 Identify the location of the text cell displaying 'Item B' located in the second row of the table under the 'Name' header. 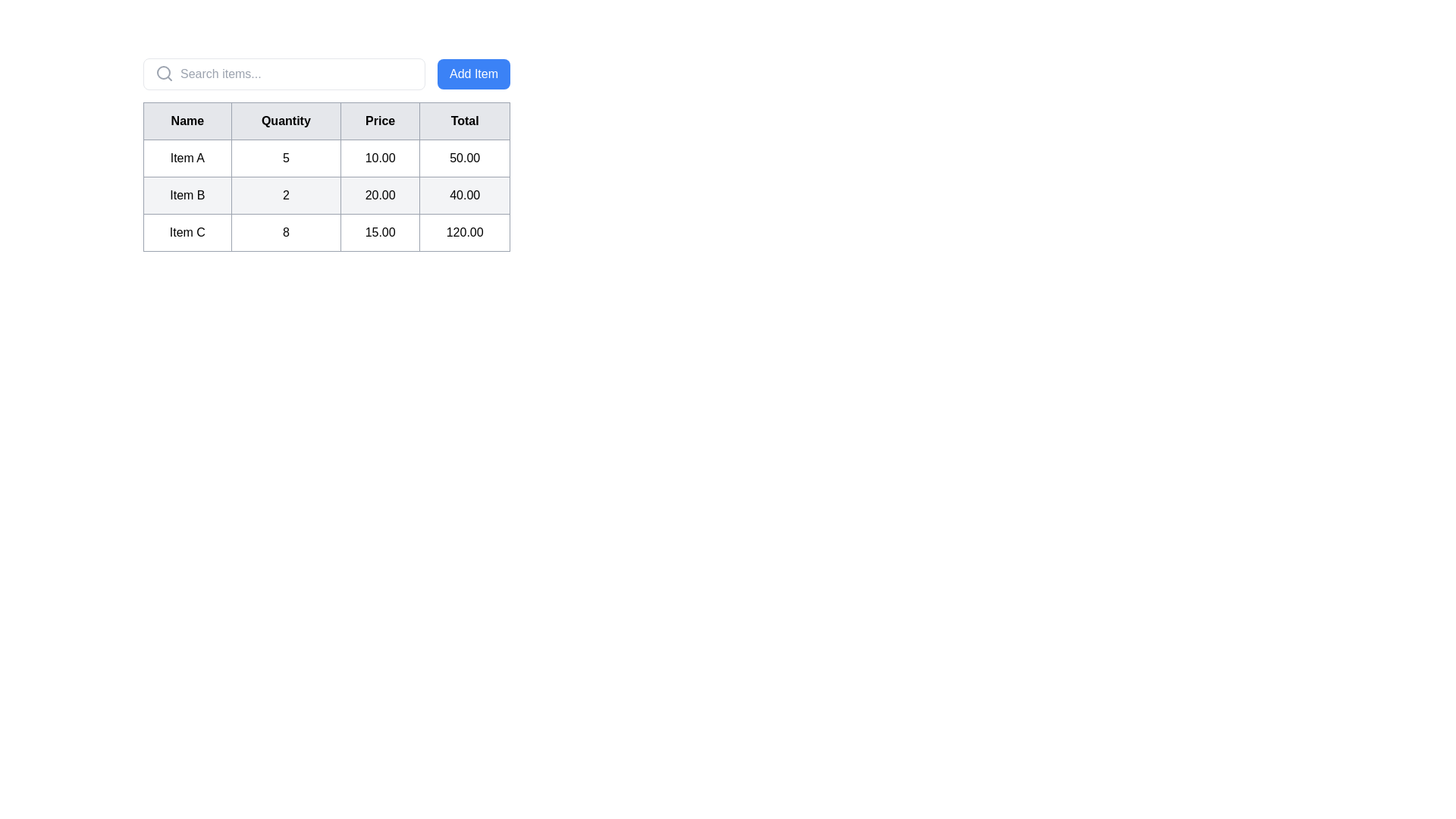
(187, 195).